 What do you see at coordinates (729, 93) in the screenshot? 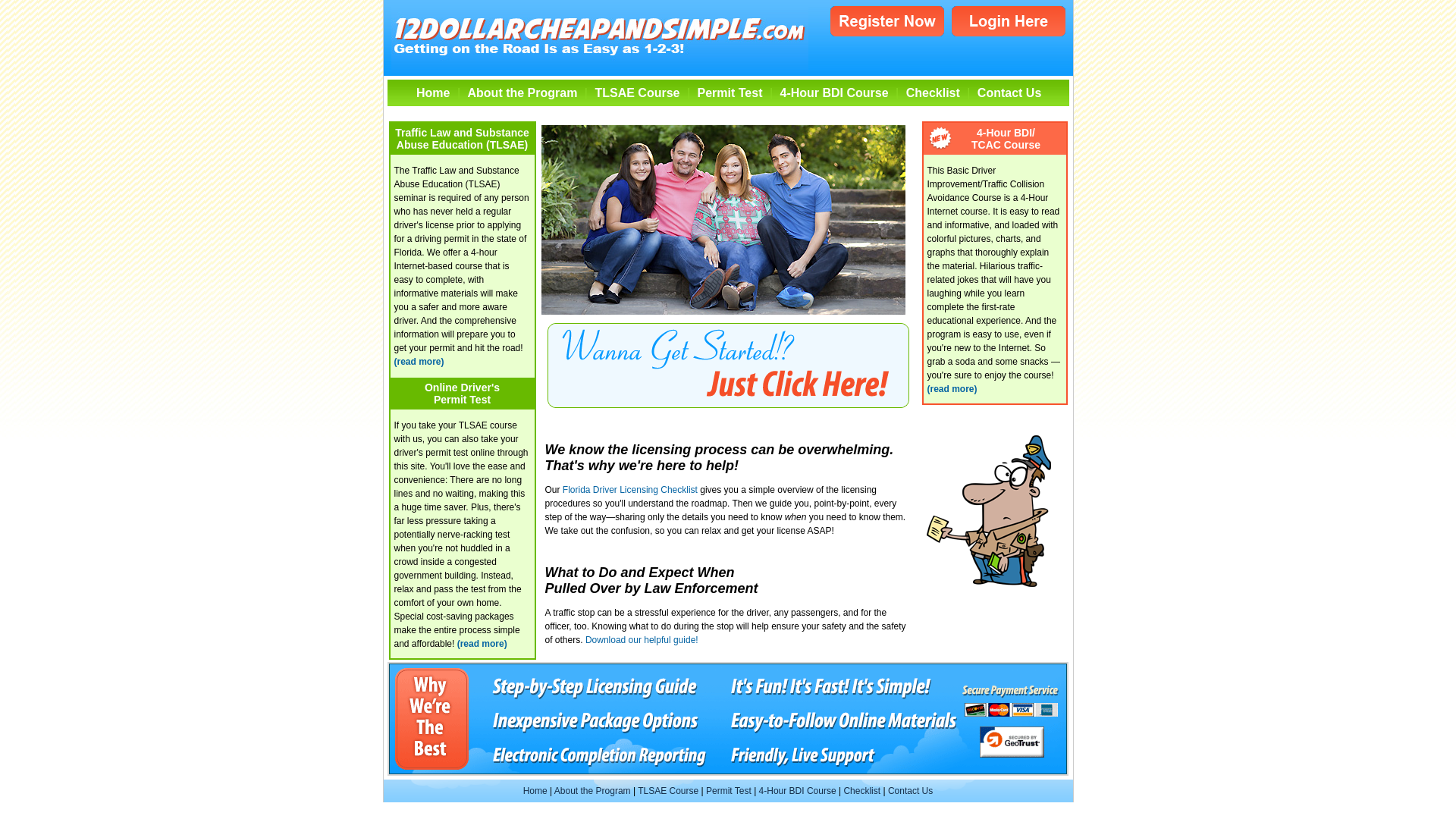
I see `'Permit Test'` at bounding box center [729, 93].